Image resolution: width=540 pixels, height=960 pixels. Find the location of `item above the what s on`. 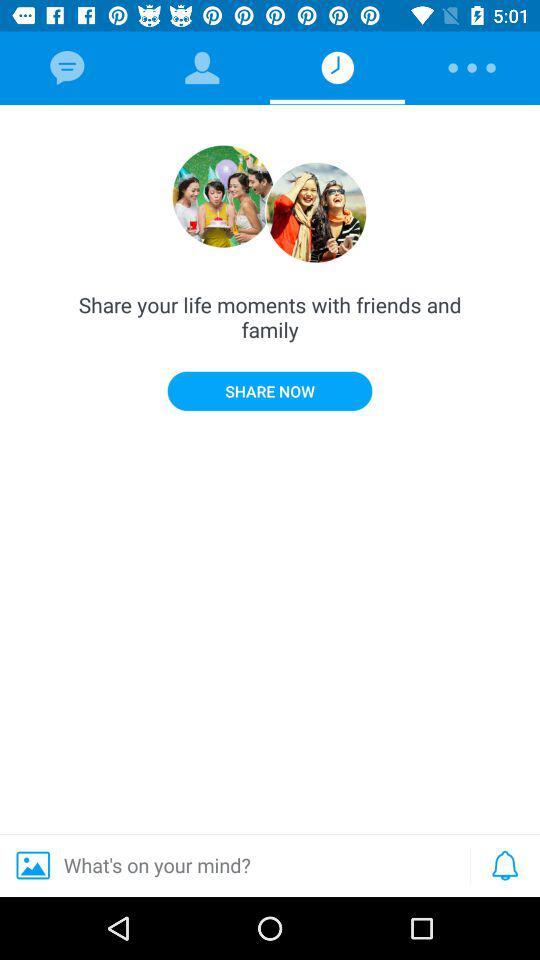

item above the what s on is located at coordinates (270, 390).